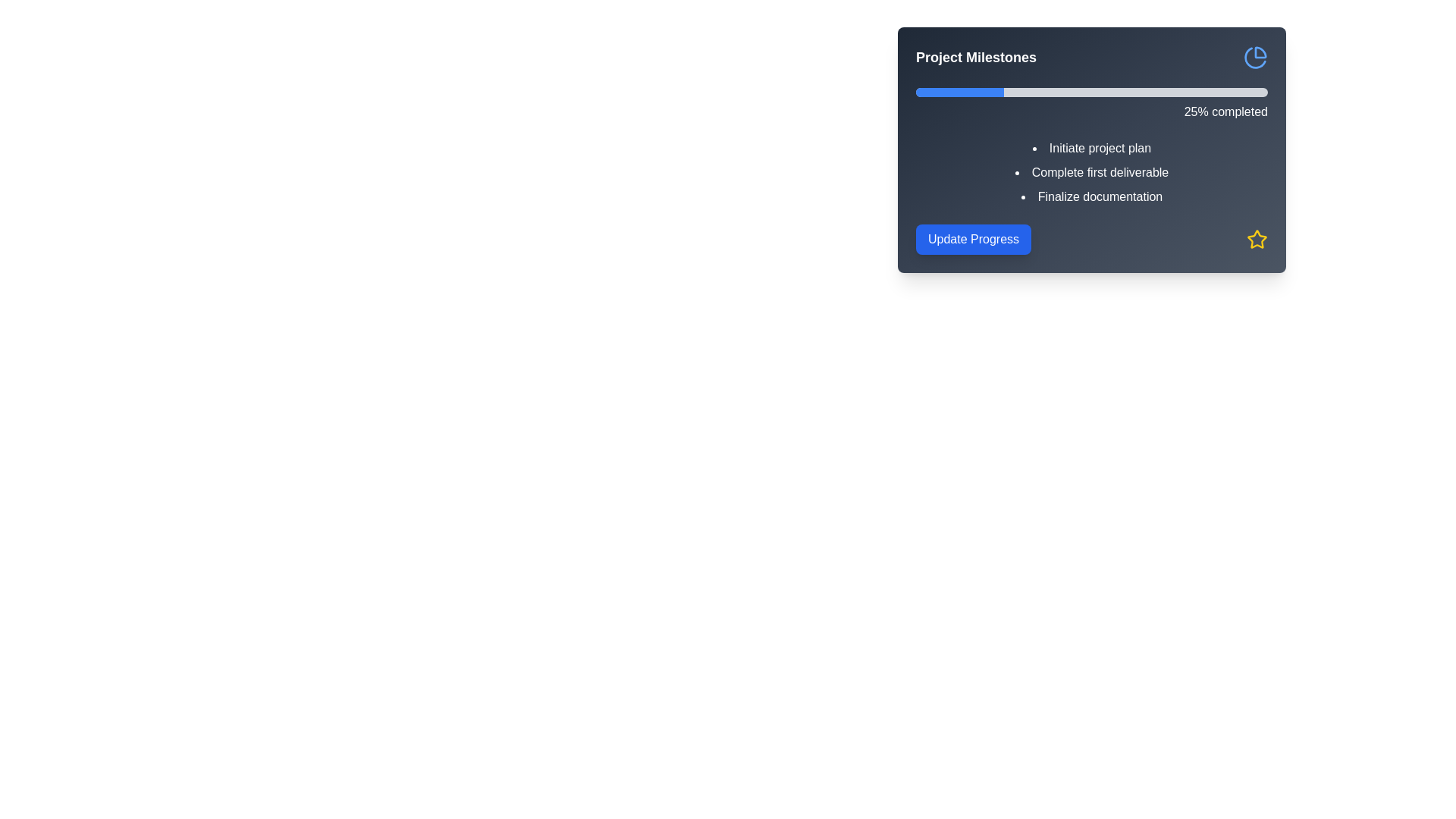 The height and width of the screenshot is (819, 1456). What do you see at coordinates (953, 93) in the screenshot?
I see `progress` at bounding box center [953, 93].